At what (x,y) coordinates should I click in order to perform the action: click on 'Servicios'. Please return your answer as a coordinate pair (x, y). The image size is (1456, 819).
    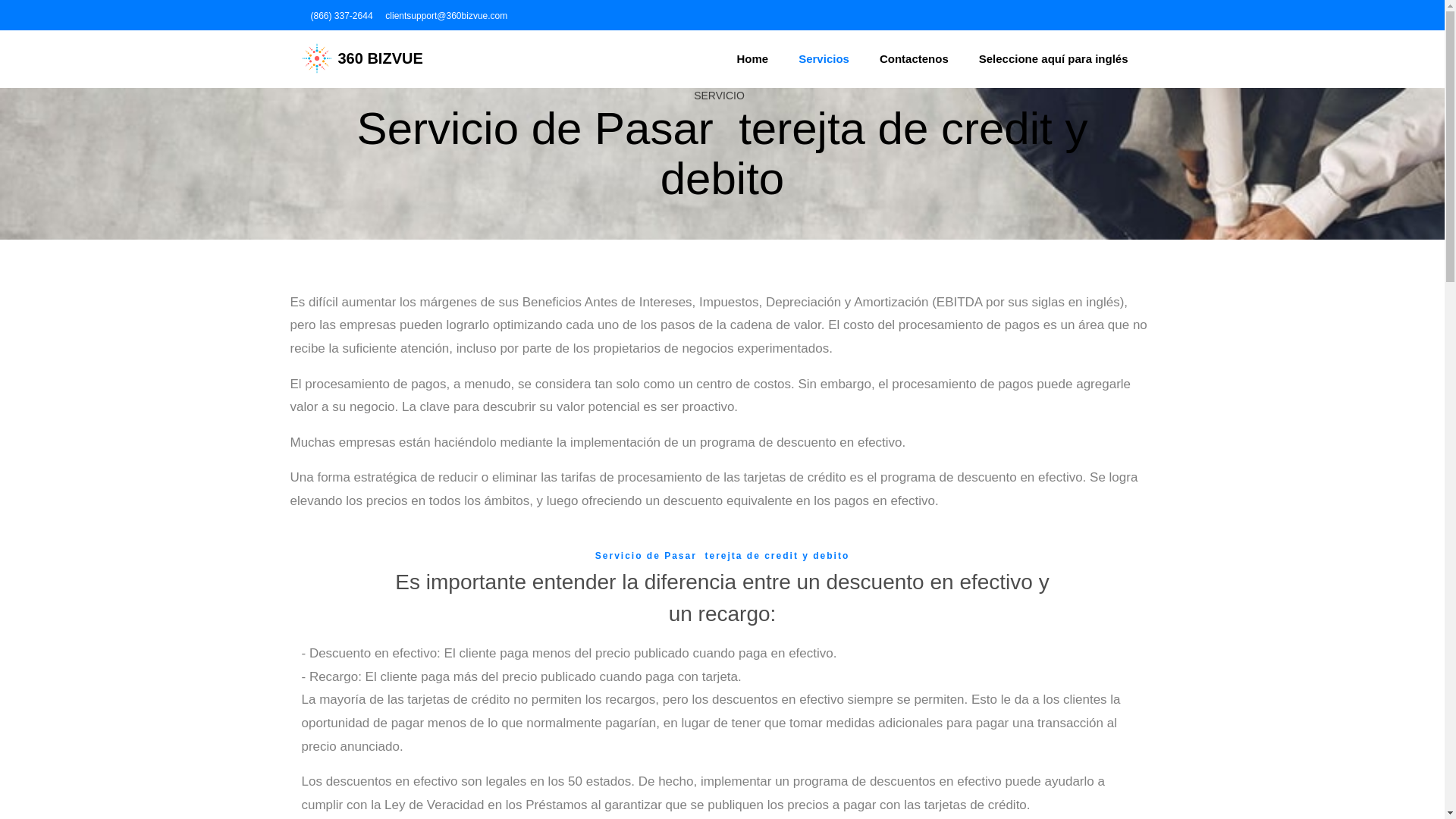
    Looking at the image, I should click on (823, 58).